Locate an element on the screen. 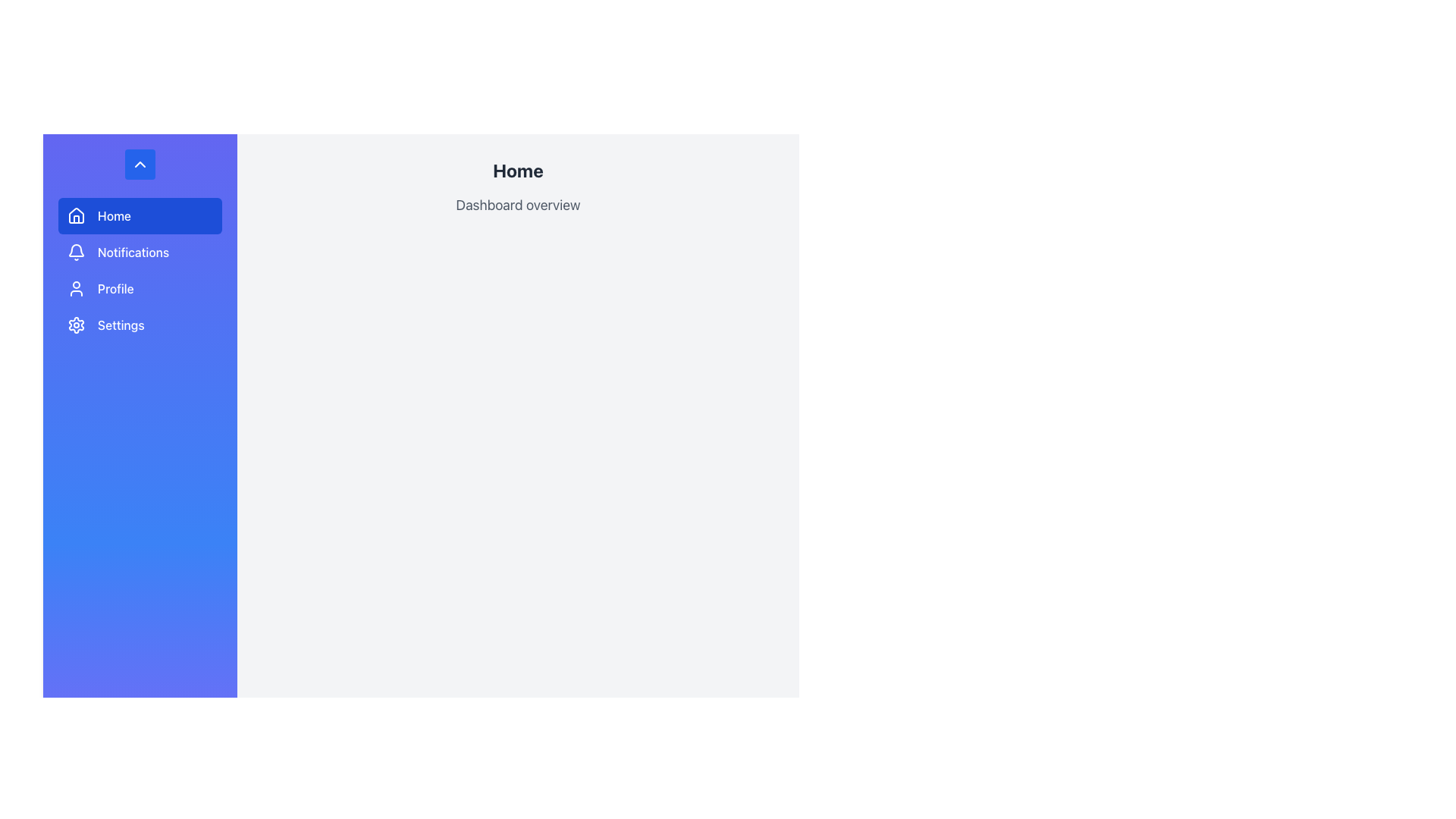 The image size is (1456, 819). the 'Profile' static text label located in the navigation sidebar, which is the third main navigation option below 'Notifications' and above 'Settings' is located at coordinates (115, 289).